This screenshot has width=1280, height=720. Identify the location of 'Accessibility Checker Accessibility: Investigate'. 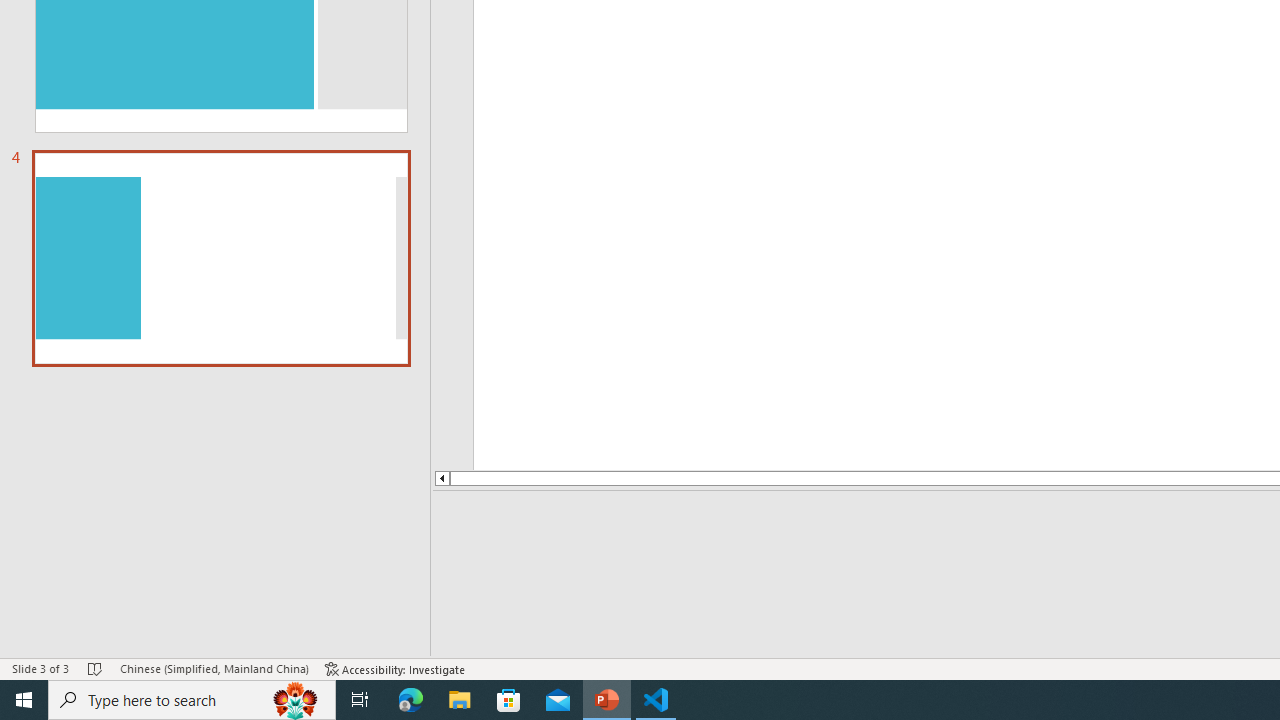
(395, 669).